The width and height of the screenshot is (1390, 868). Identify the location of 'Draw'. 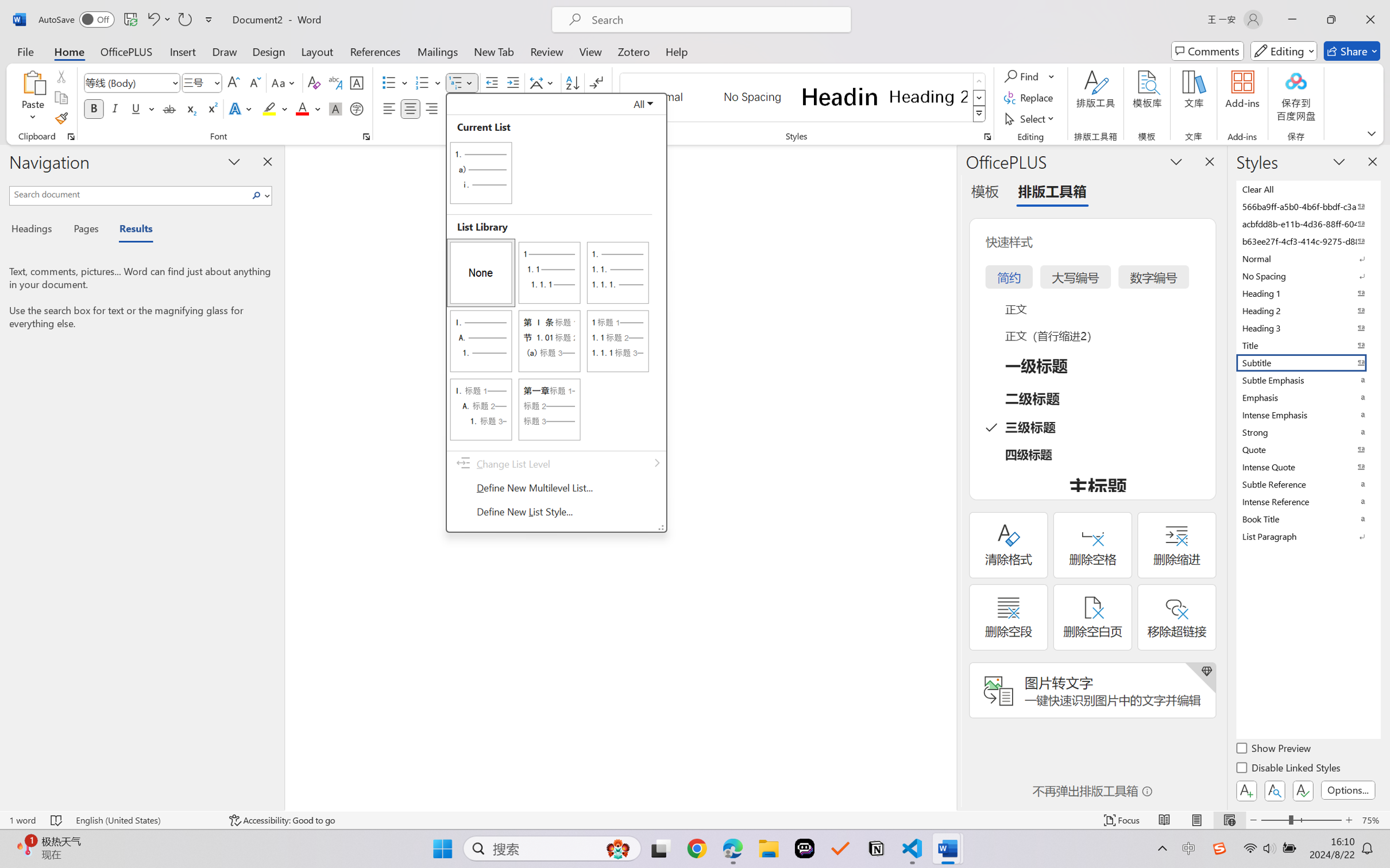
(225, 51).